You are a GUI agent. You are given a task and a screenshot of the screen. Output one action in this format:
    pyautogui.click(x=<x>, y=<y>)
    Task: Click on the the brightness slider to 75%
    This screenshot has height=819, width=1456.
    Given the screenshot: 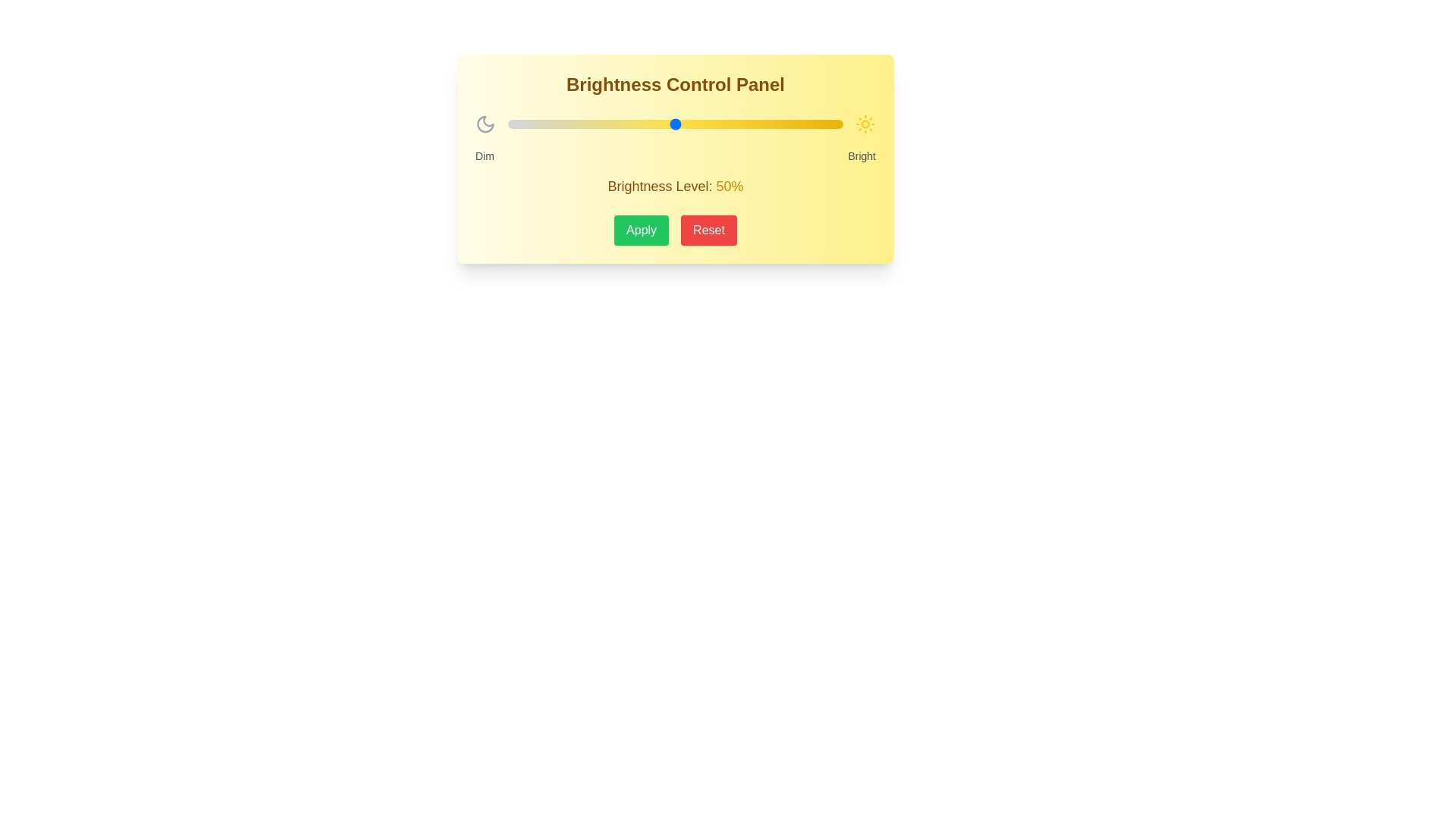 What is the action you would take?
    pyautogui.click(x=759, y=124)
    